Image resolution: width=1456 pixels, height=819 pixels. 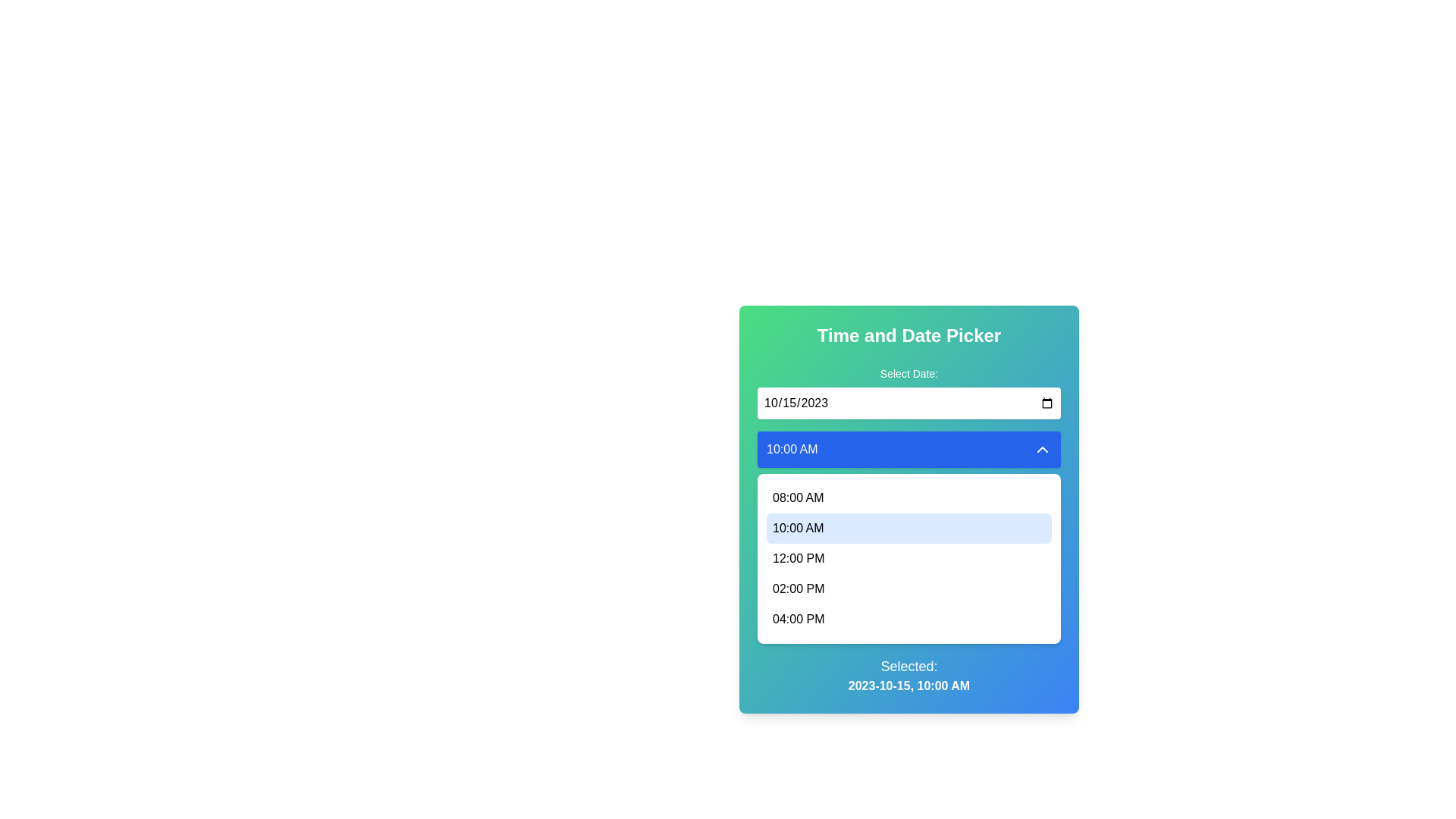 I want to click on the '10:00 AM' option, so click(x=797, y=528).